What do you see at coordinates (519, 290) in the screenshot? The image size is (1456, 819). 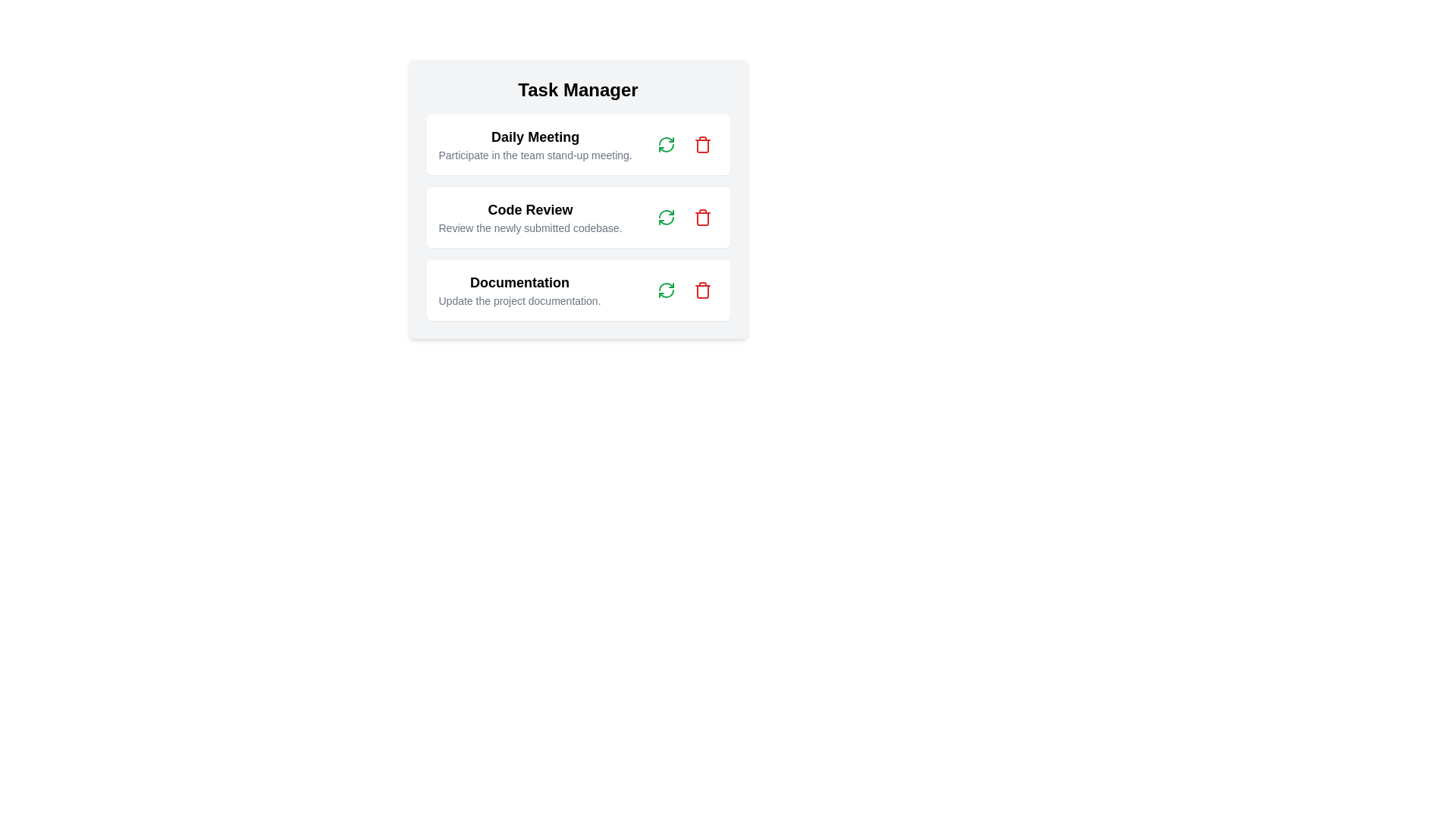 I see `the text block representing the task title and description within the task manager application` at bounding box center [519, 290].